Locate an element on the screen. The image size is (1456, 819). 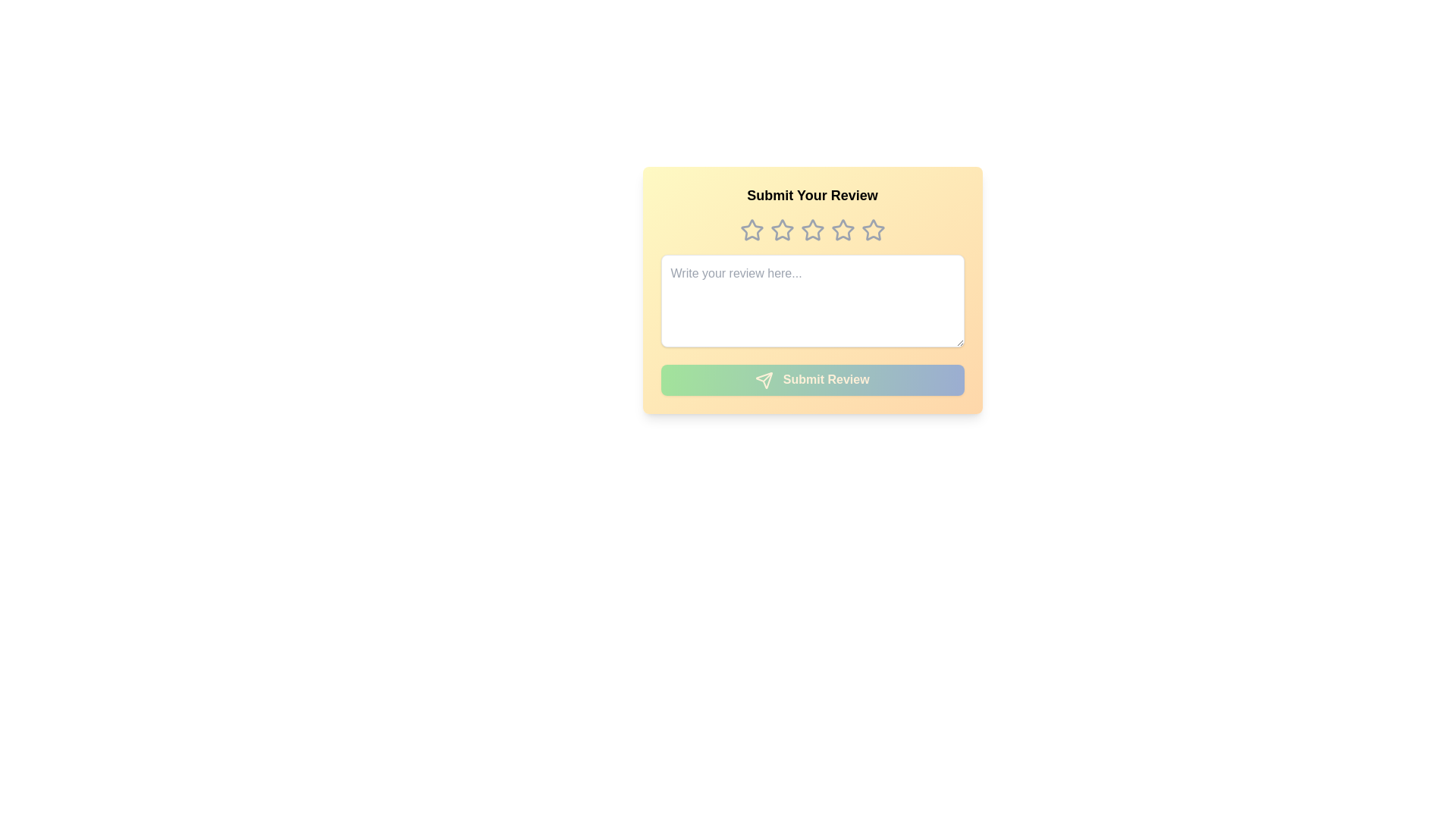
the second gray star in the row of five stars to rate the review is located at coordinates (782, 230).